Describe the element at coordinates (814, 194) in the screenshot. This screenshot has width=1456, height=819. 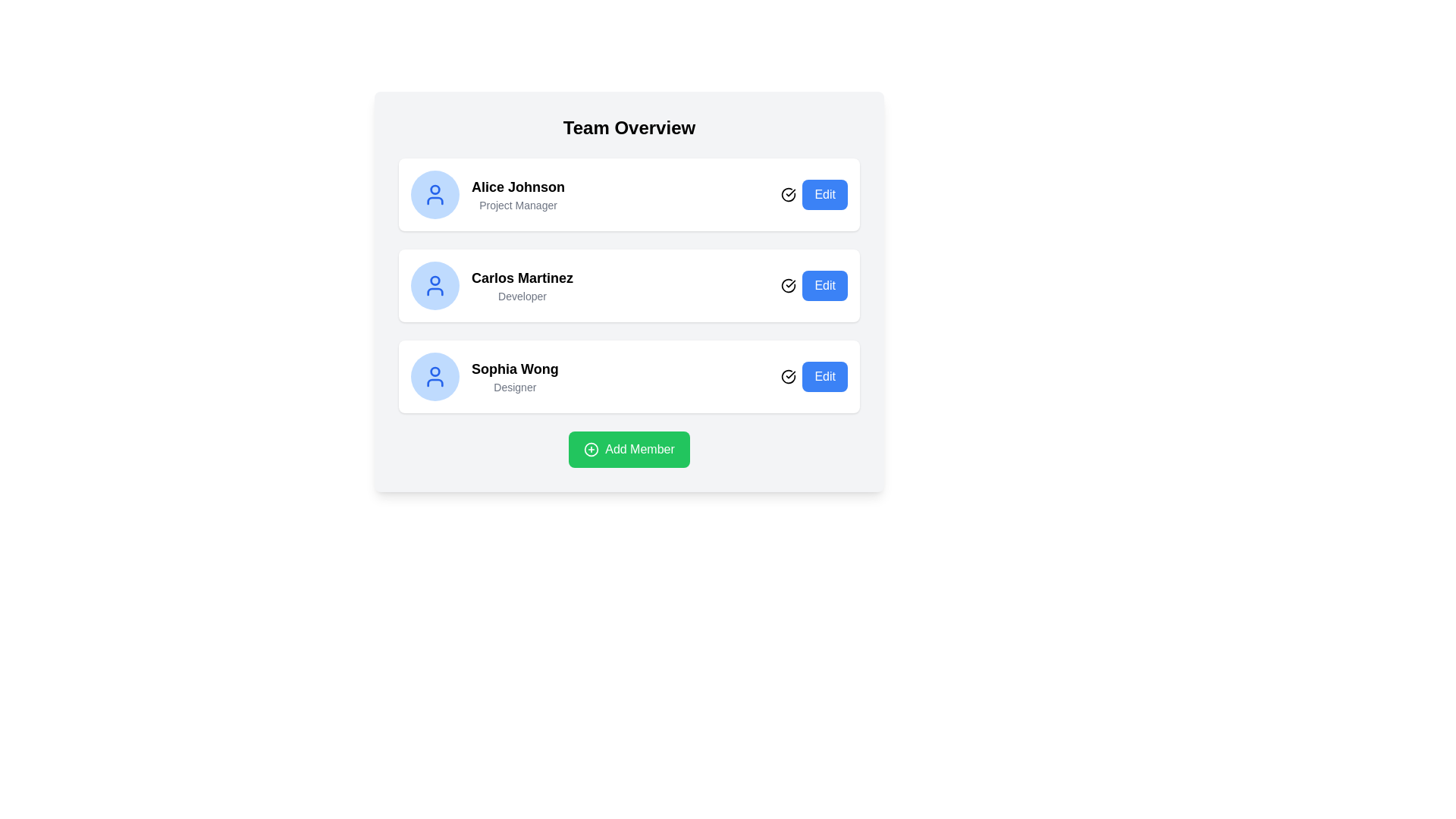
I see `the 'Edit' button with a blue background and white text, located on the right side of the row for user 'Alice Johnson', to initiate editing` at that location.